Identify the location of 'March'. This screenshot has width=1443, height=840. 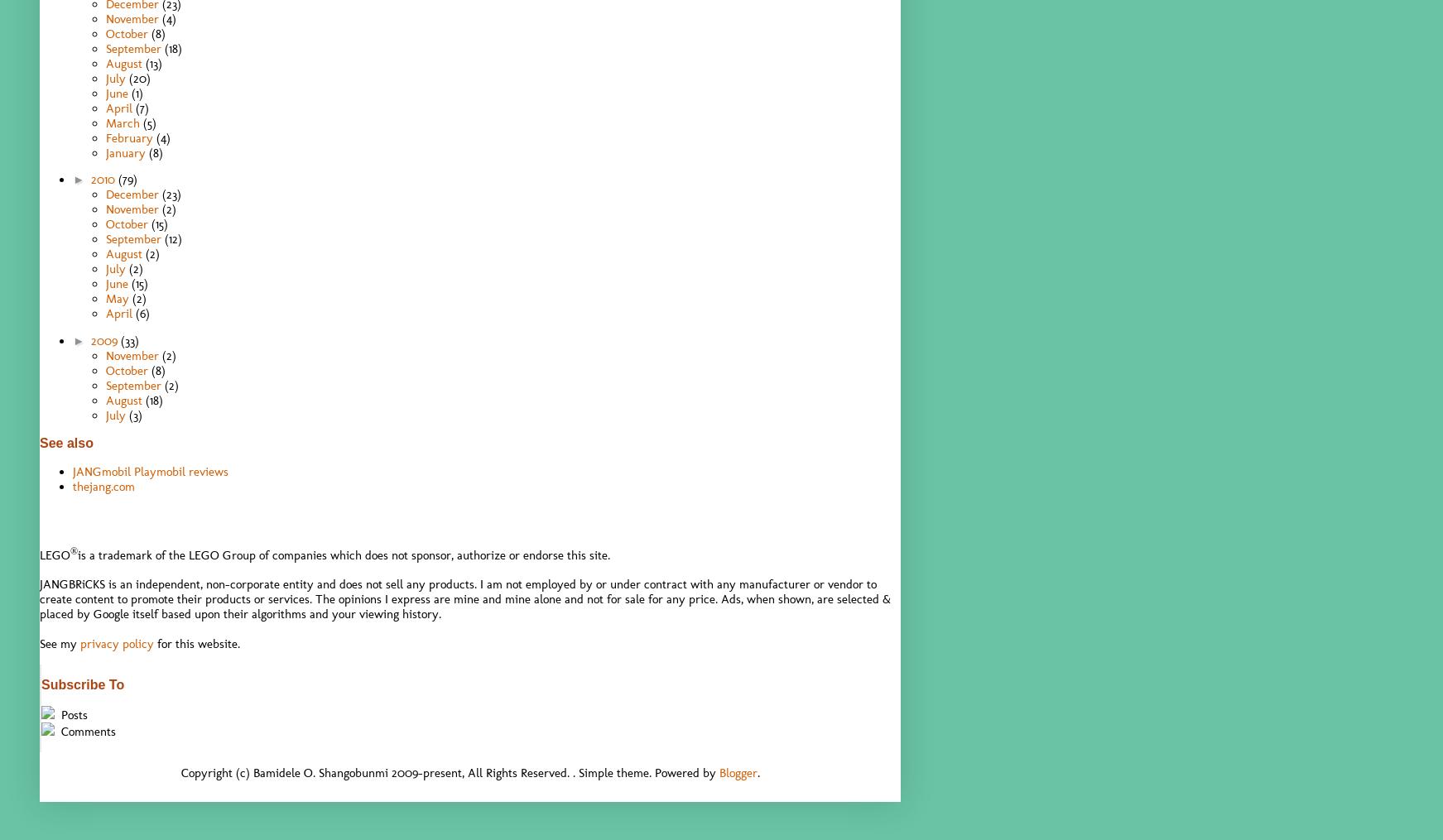
(124, 121).